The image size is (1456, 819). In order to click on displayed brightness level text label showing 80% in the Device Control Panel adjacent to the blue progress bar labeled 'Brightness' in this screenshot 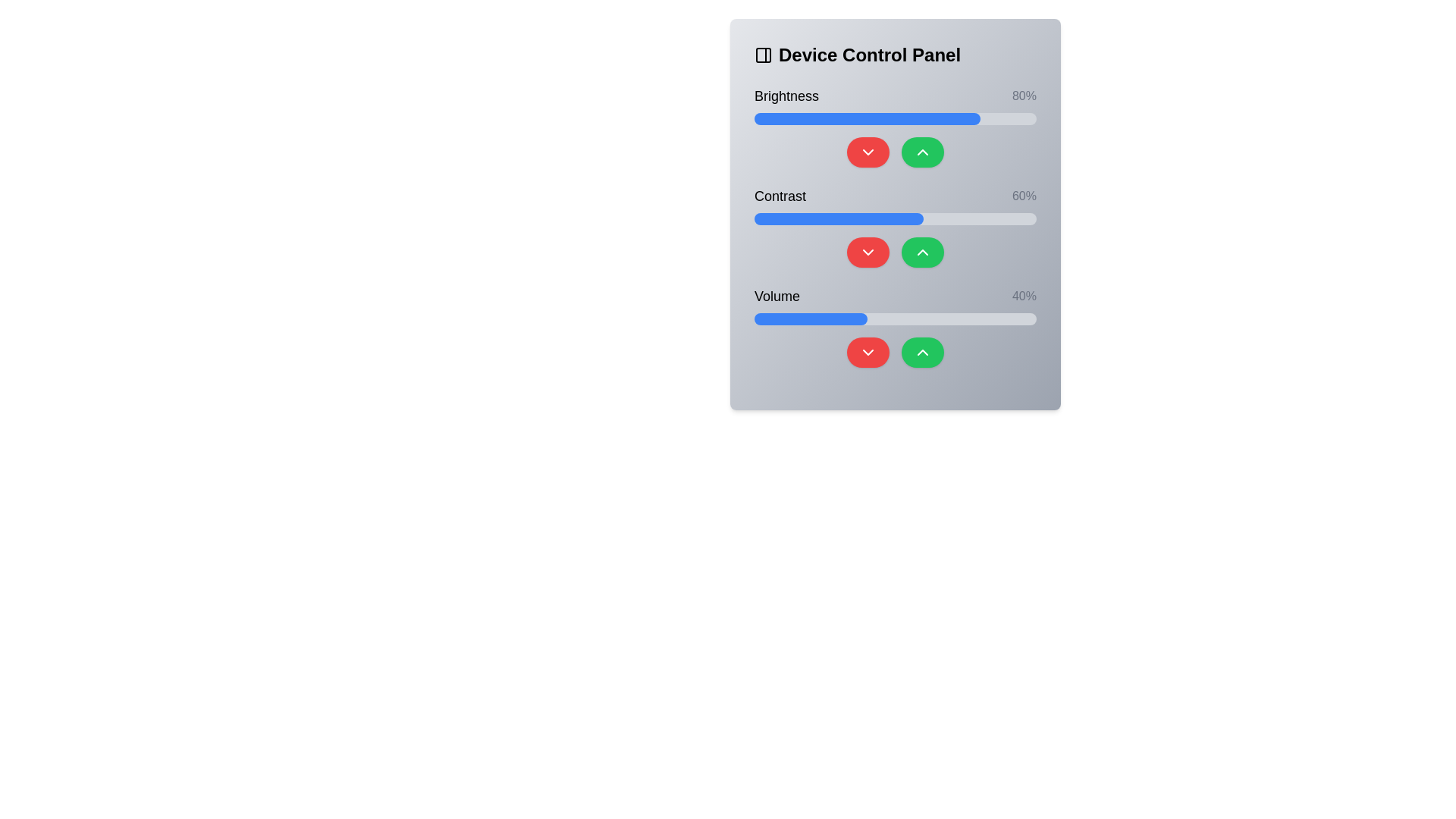, I will do `click(1024, 96)`.